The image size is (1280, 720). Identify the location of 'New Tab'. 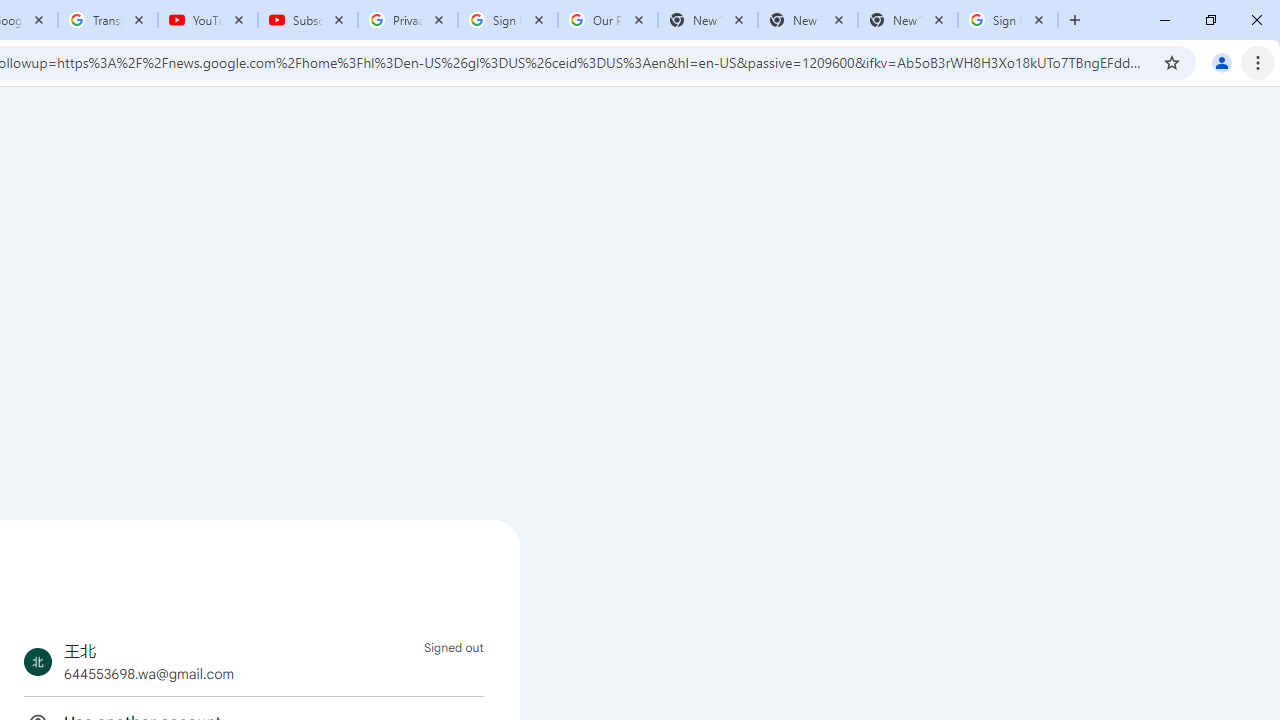
(906, 20).